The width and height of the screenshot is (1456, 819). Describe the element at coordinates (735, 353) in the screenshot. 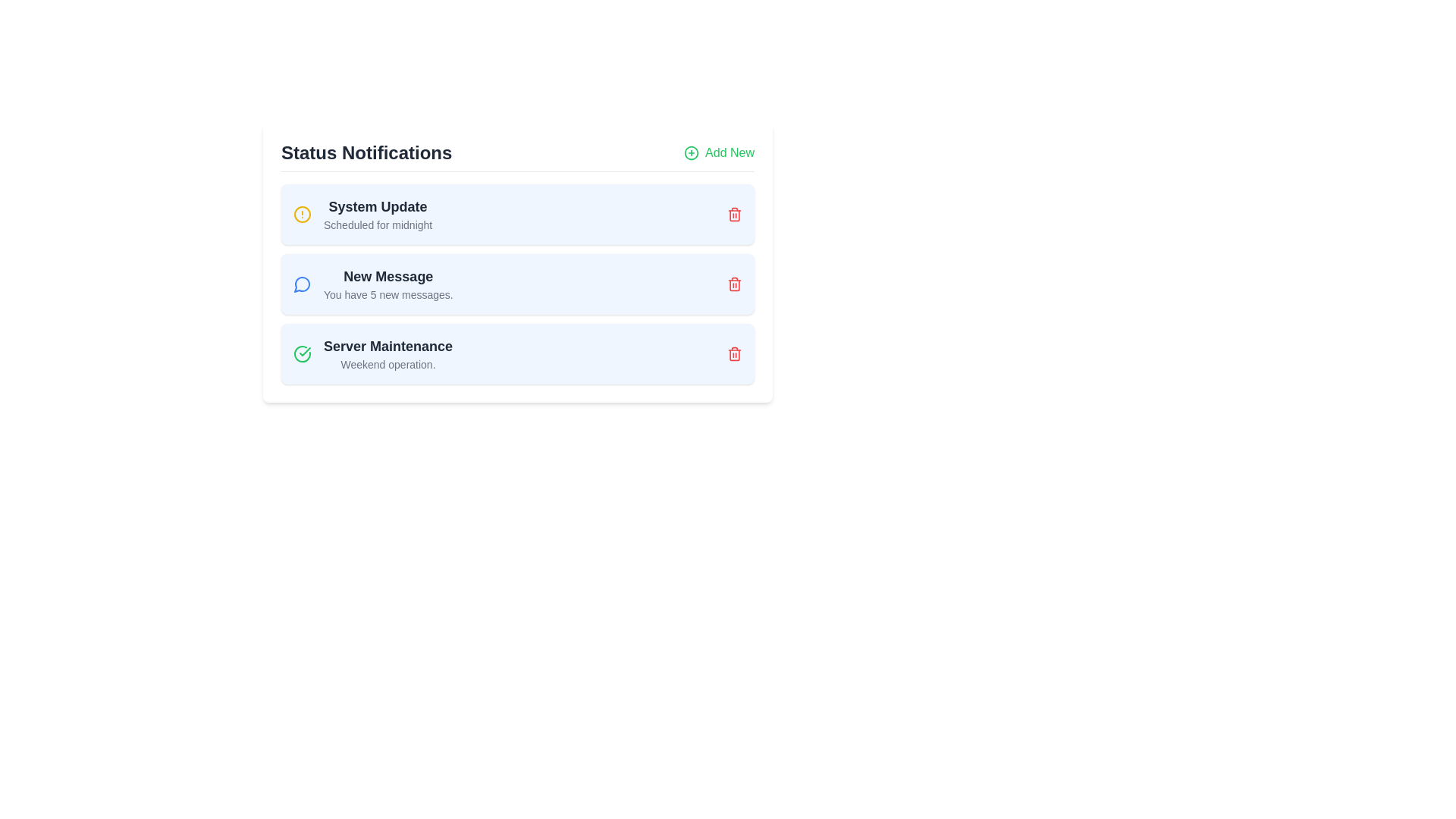

I see `trash icon next to the item titled Server Maintenance to remove it` at that location.